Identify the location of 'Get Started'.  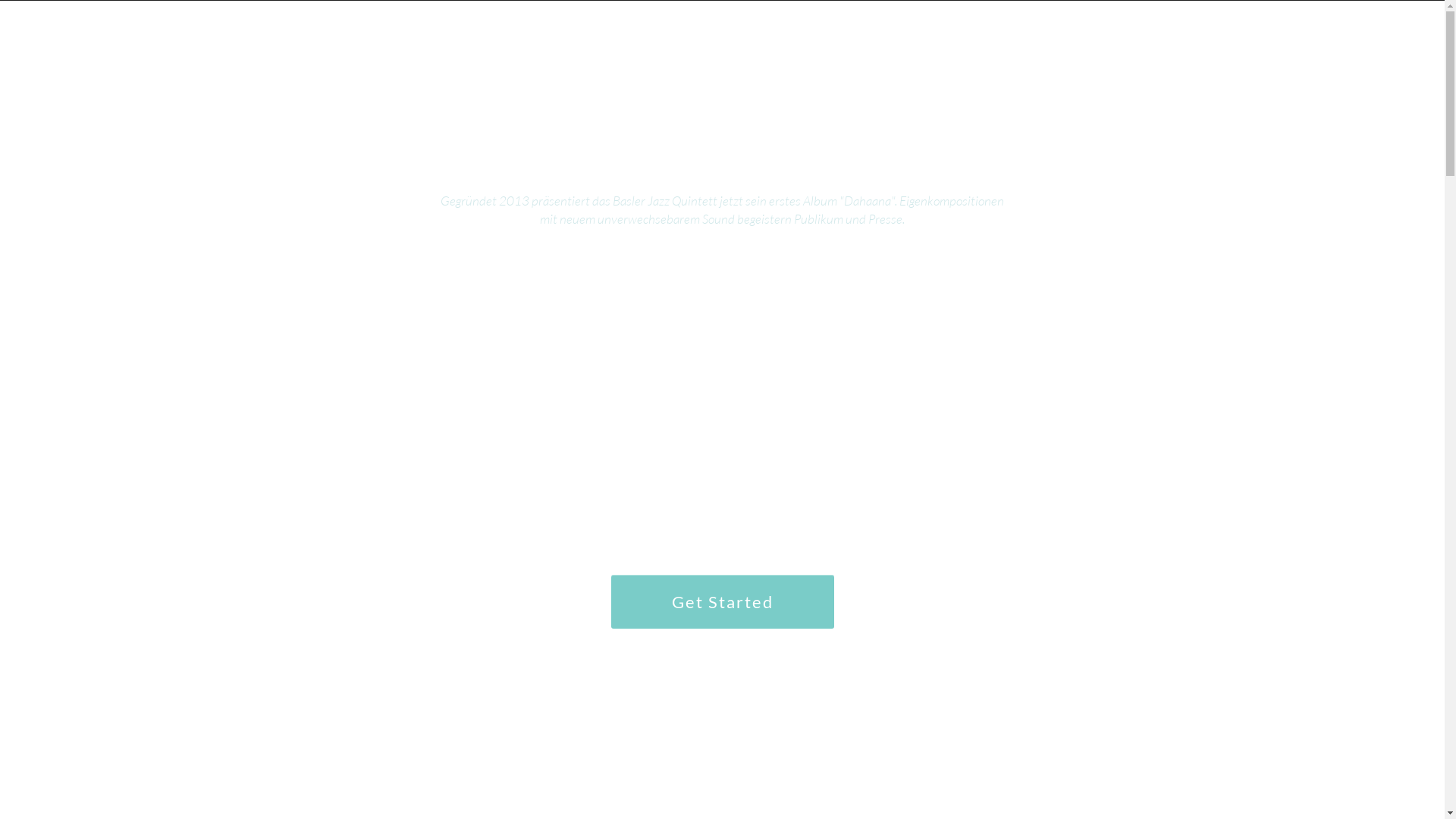
(722, 601).